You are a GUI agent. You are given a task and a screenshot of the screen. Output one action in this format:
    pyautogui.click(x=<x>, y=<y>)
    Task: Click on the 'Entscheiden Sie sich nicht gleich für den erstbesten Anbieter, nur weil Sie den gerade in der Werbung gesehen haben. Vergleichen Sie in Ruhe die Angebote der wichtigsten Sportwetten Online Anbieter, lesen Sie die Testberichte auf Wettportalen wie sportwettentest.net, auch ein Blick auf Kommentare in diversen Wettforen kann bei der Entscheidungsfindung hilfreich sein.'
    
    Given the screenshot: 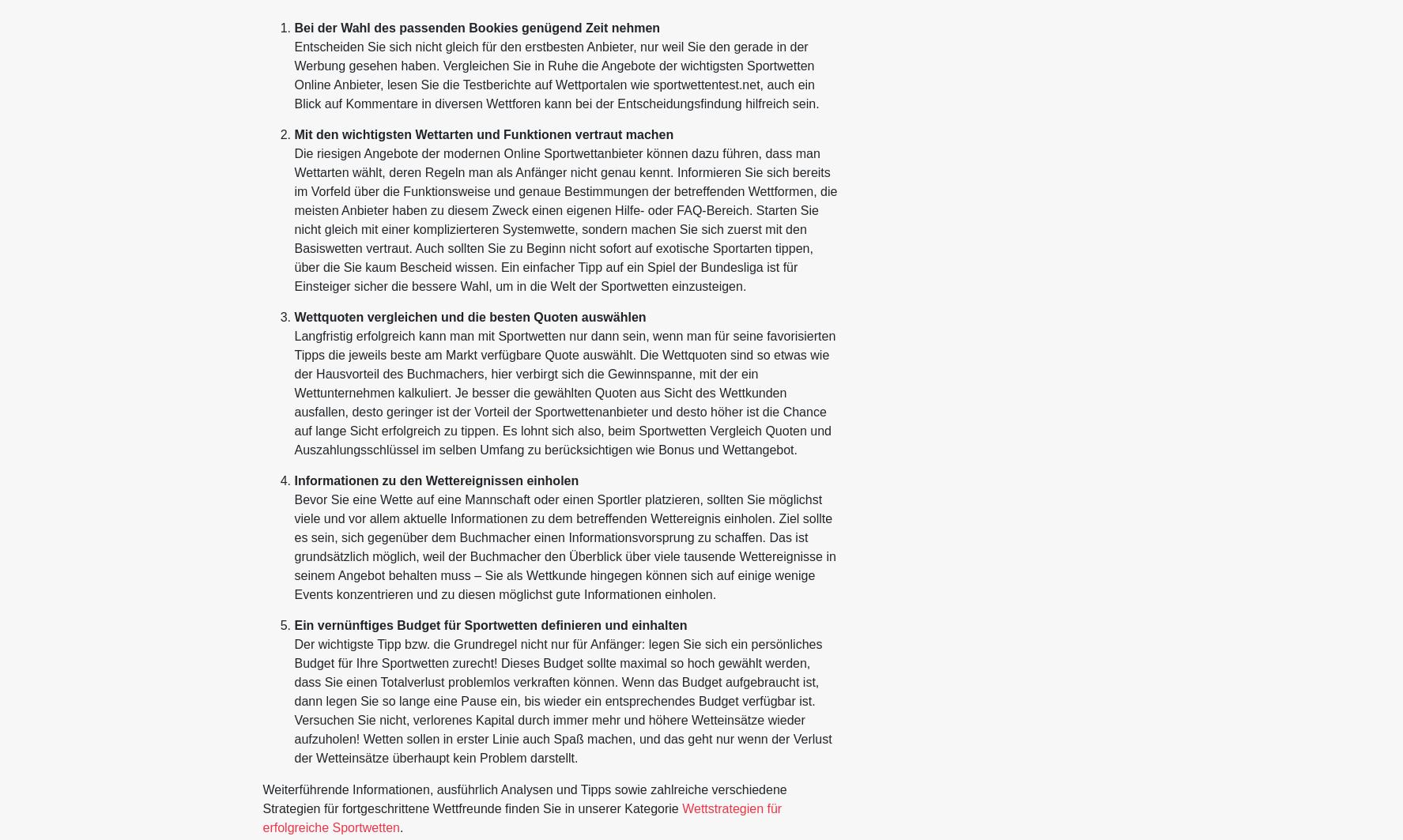 What is the action you would take?
    pyautogui.click(x=555, y=75)
    